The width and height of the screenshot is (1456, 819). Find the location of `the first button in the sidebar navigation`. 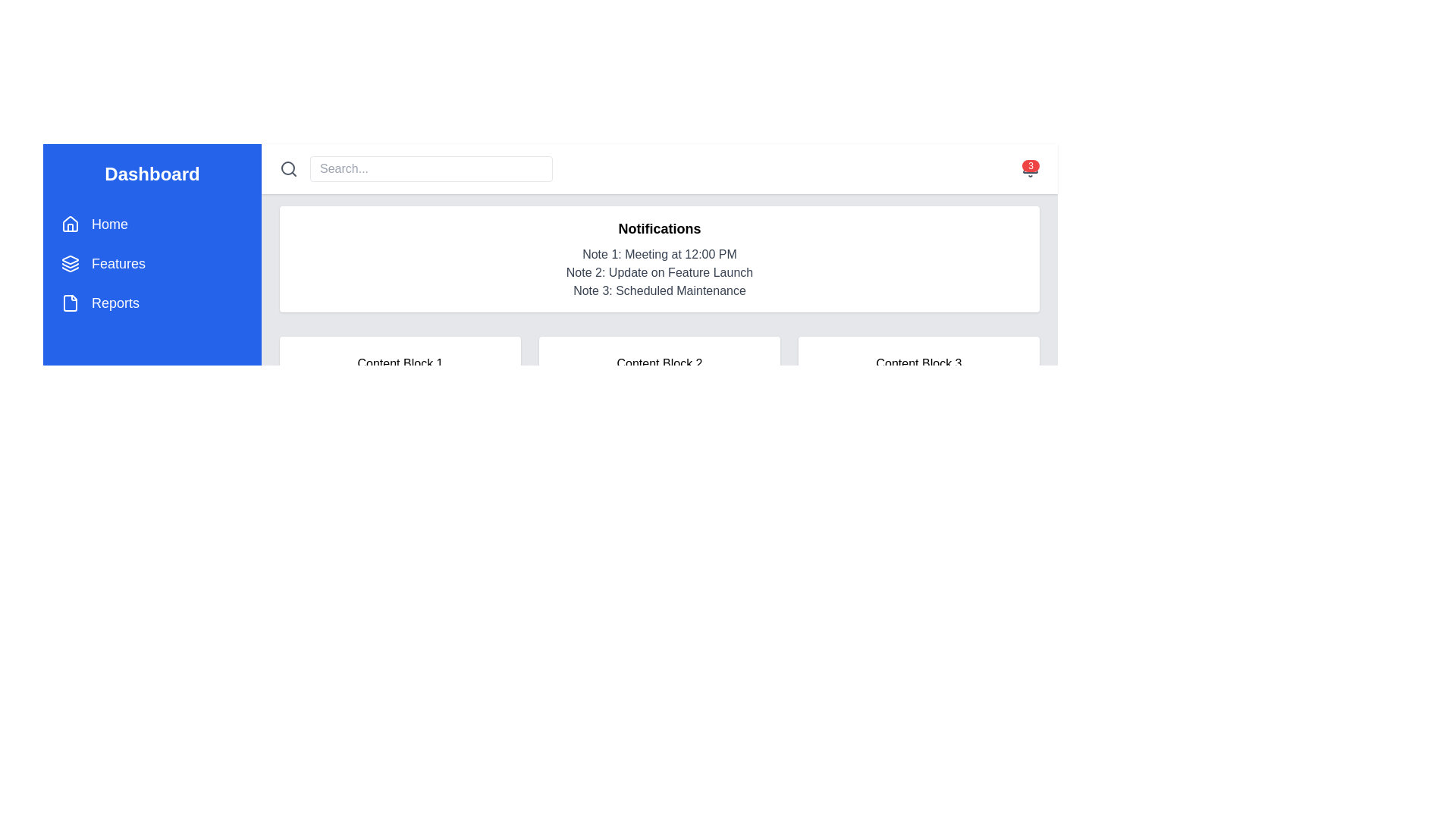

the first button in the sidebar navigation is located at coordinates (152, 224).